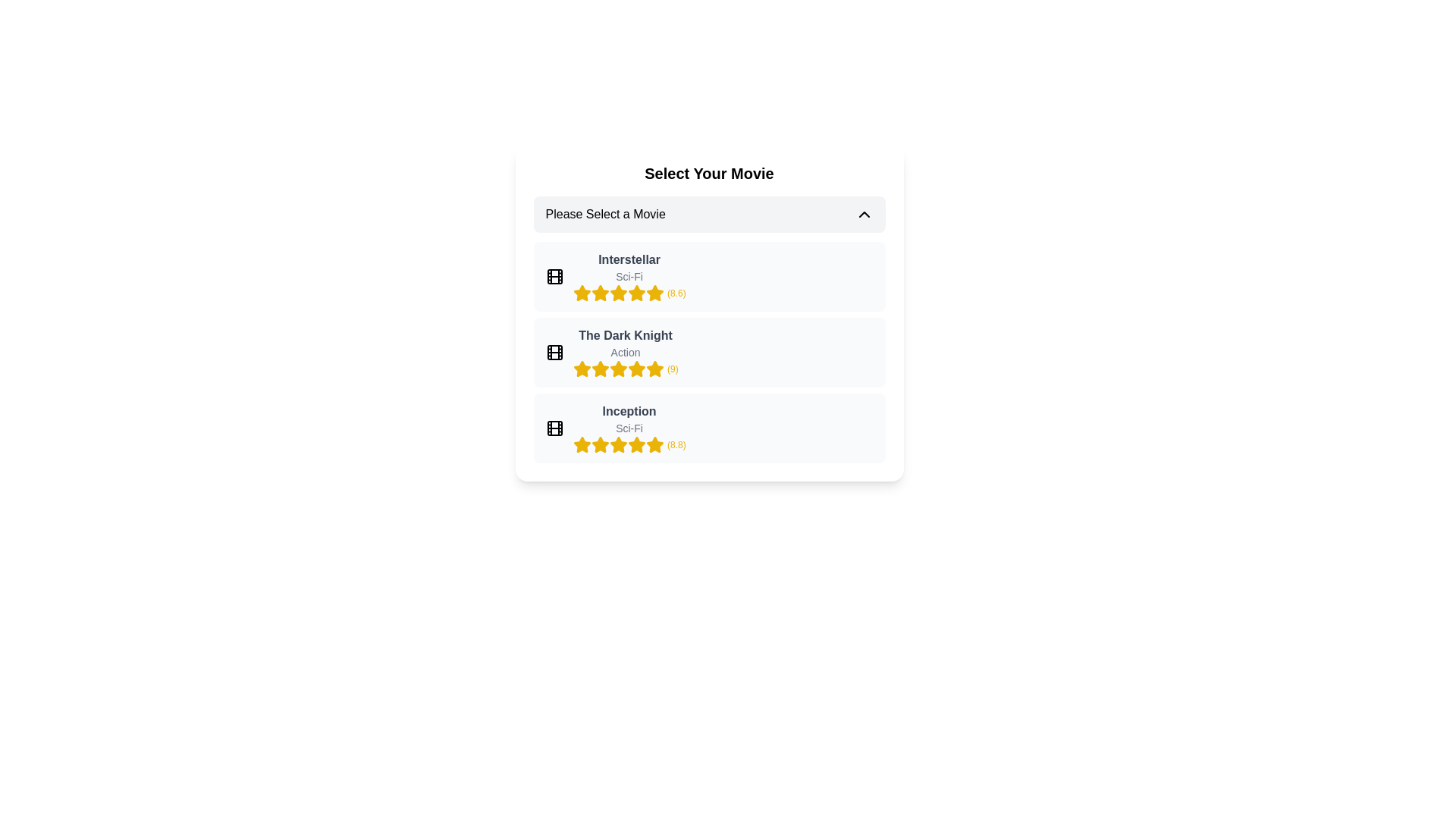 This screenshot has height=819, width=1456. Describe the element at coordinates (554, 428) in the screenshot. I see `the movie icon representing 'Inception' located on the left side of the movie title and description in the selection list` at that location.